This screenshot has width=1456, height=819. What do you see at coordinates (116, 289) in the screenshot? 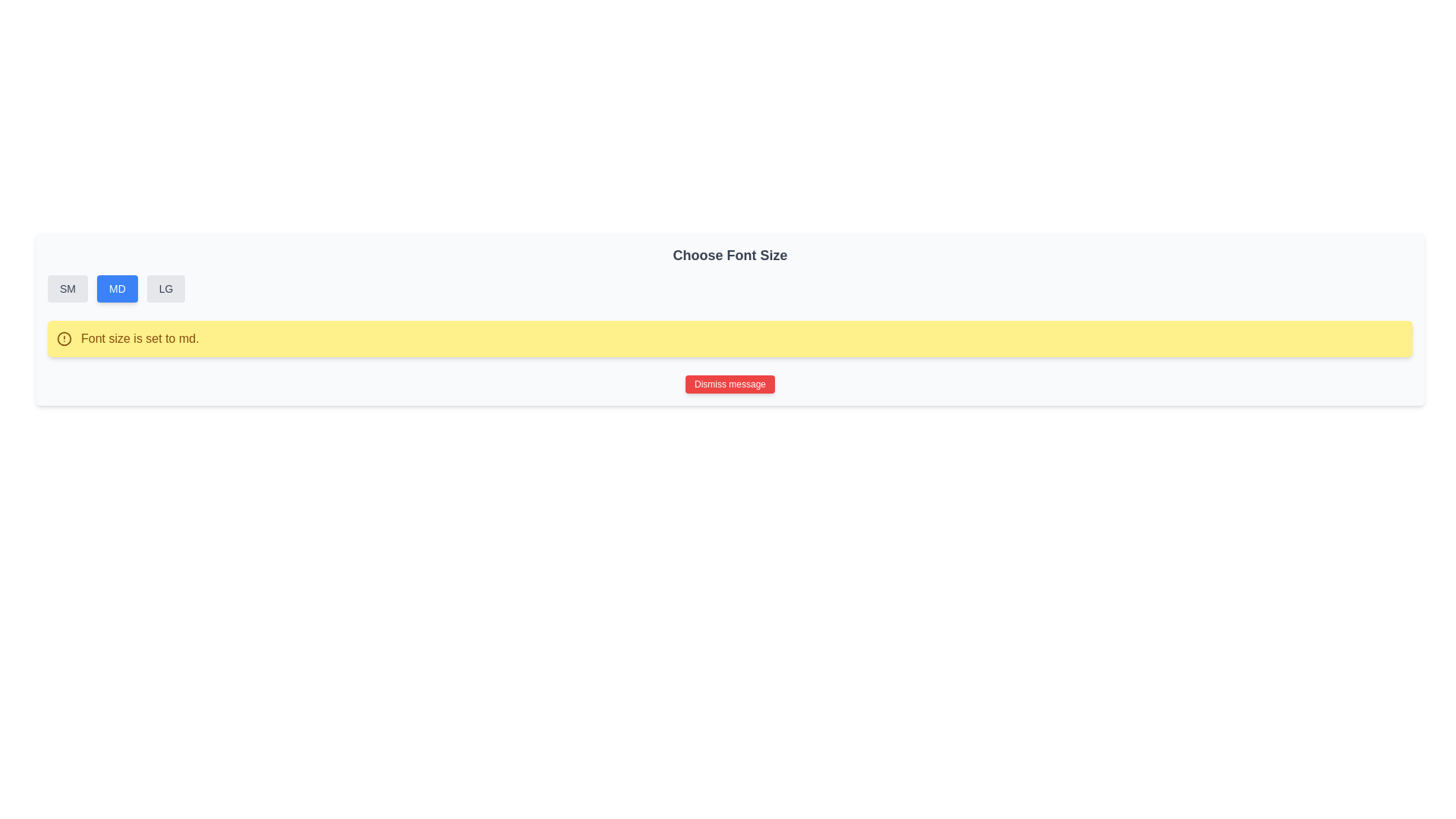
I see `the medium-sized rectangular button labeled 'MD' with a blue background and white text` at bounding box center [116, 289].